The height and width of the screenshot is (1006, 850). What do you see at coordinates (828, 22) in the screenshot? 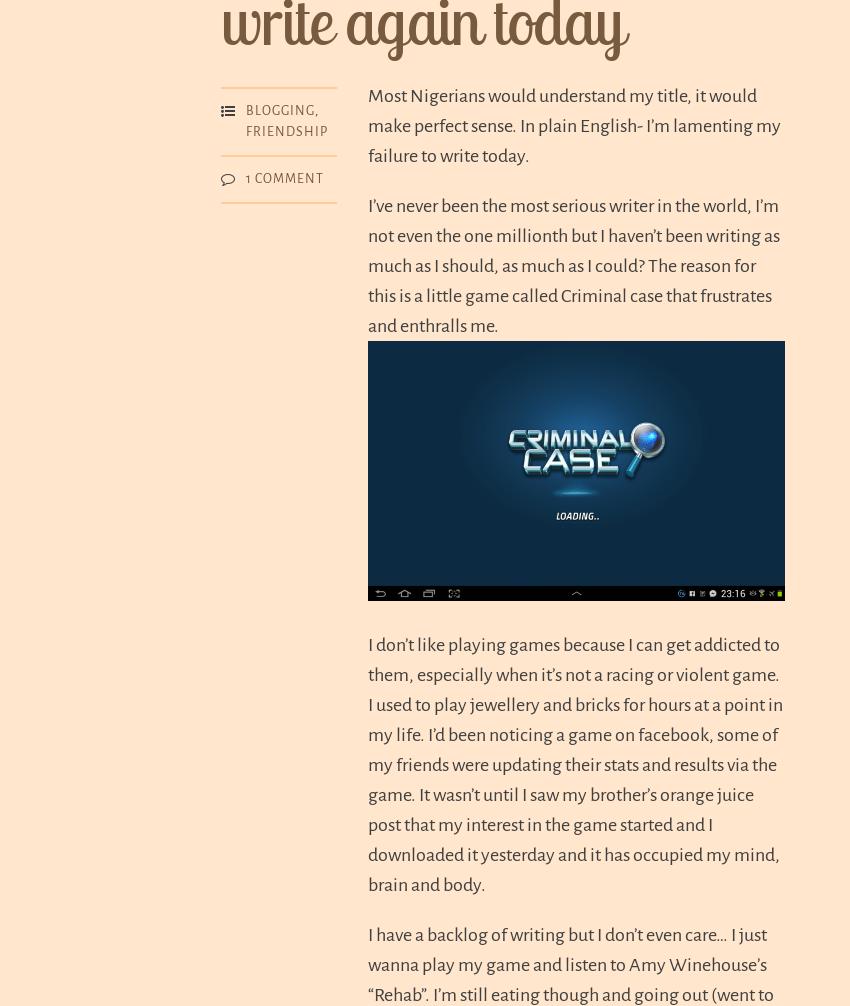
I see `'.'` at bounding box center [828, 22].